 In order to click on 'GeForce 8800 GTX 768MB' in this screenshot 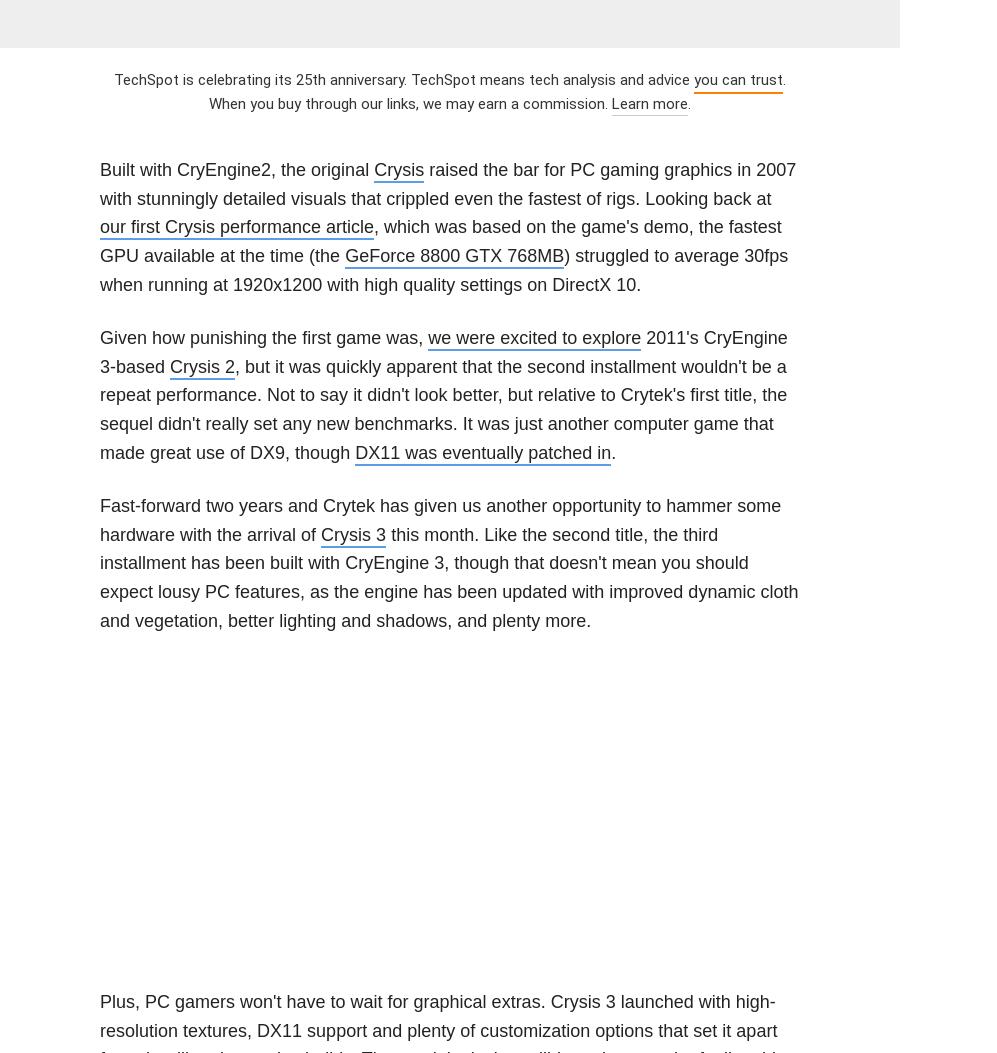, I will do `click(454, 254)`.